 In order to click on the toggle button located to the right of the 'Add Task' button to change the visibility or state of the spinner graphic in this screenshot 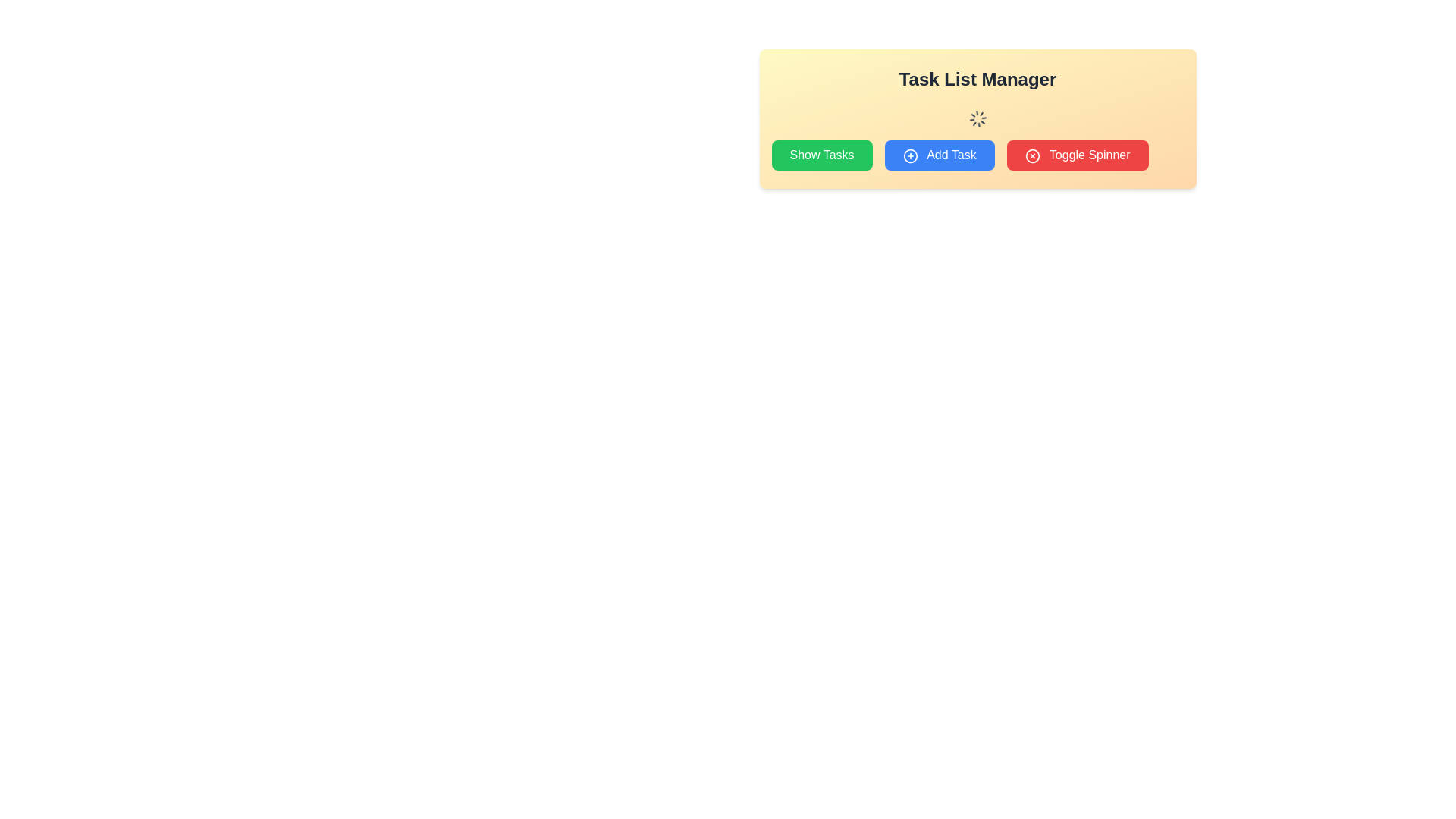, I will do `click(1077, 155)`.